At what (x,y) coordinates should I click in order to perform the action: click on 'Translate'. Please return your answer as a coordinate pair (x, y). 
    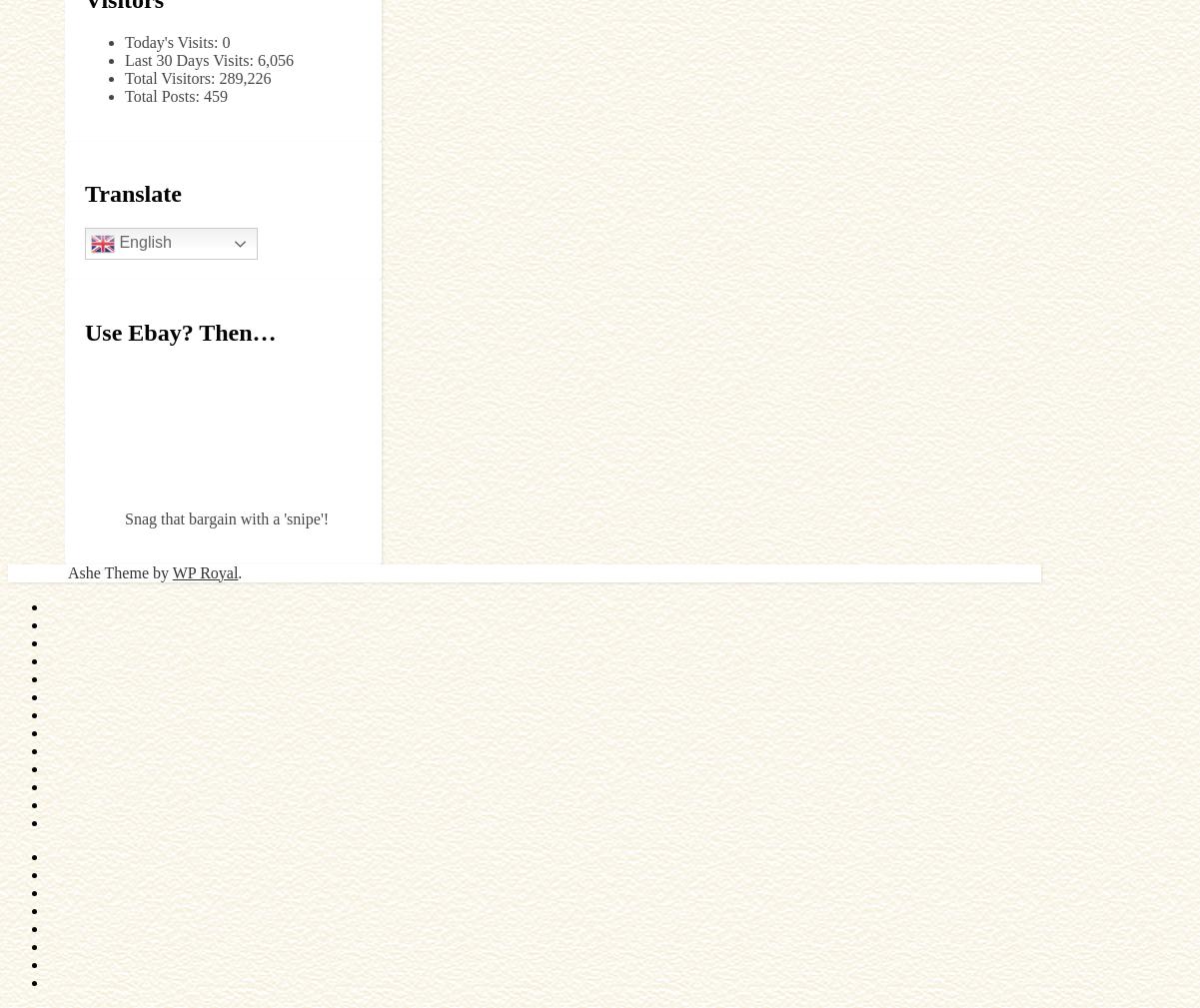
    Looking at the image, I should click on (132, 193).